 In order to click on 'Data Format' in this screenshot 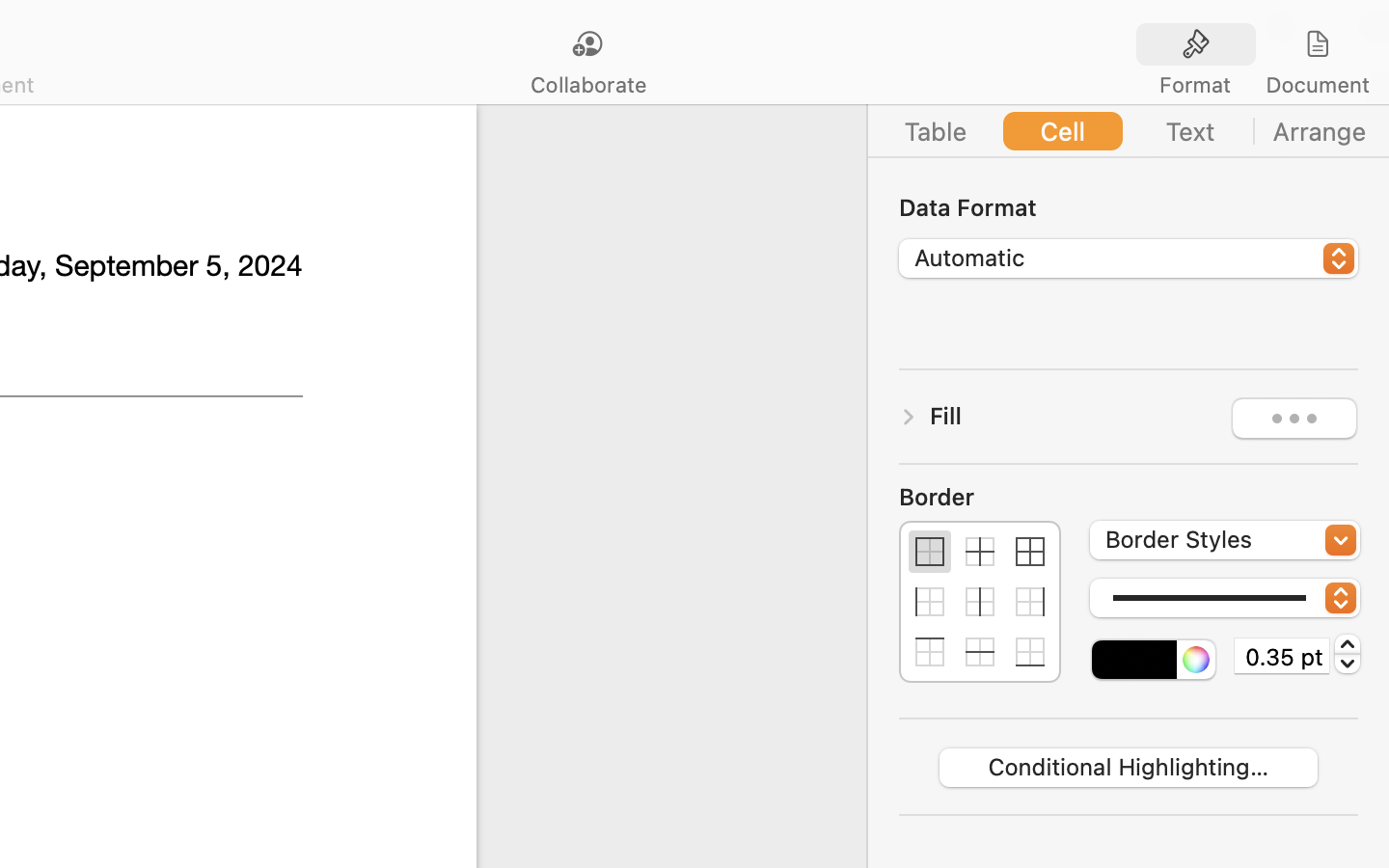, I will do `click(1129, 207)`.